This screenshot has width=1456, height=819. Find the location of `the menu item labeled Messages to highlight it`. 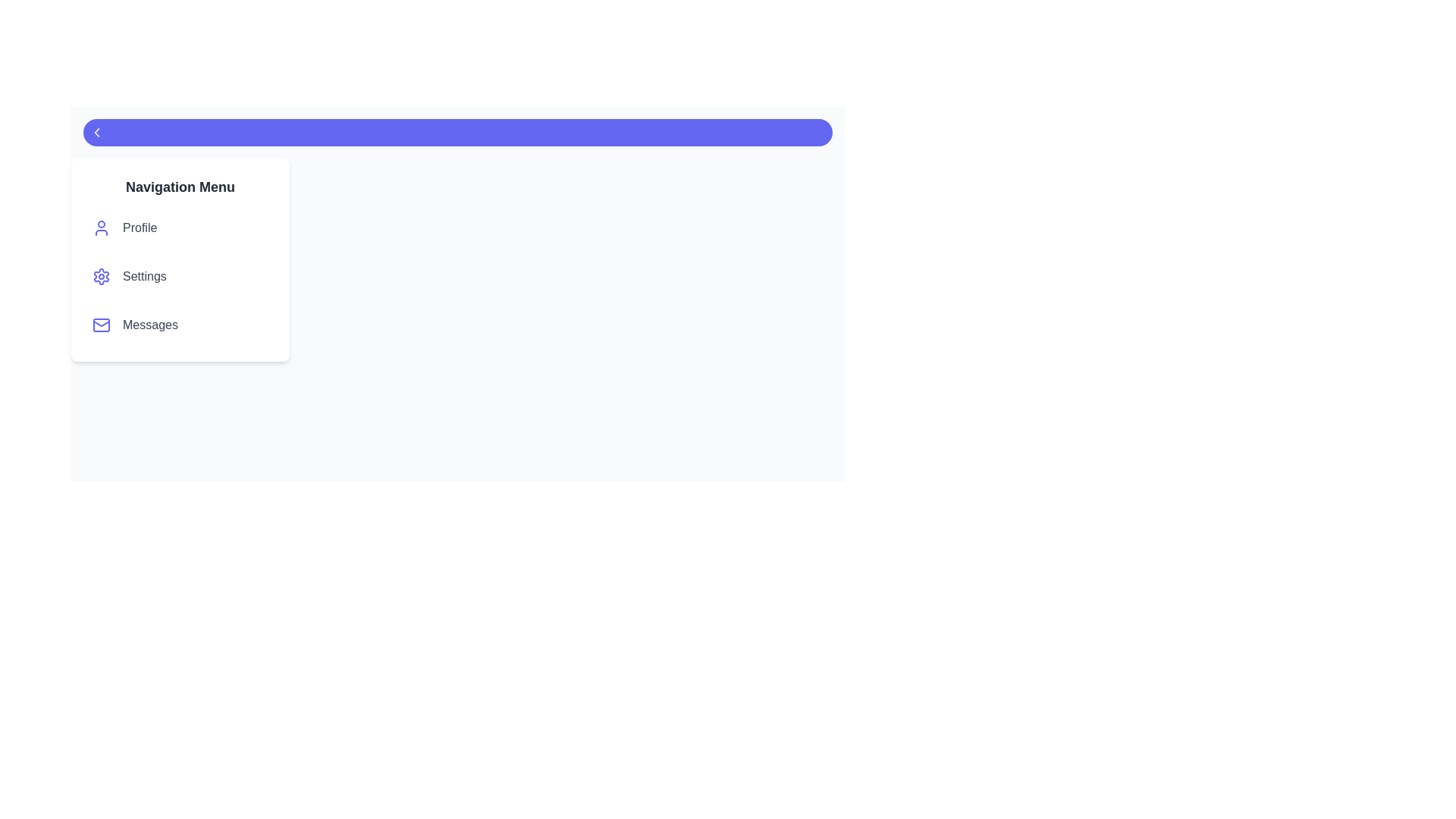

the menu item labeled Messages to highlight it is located at coordinates (180, 324).